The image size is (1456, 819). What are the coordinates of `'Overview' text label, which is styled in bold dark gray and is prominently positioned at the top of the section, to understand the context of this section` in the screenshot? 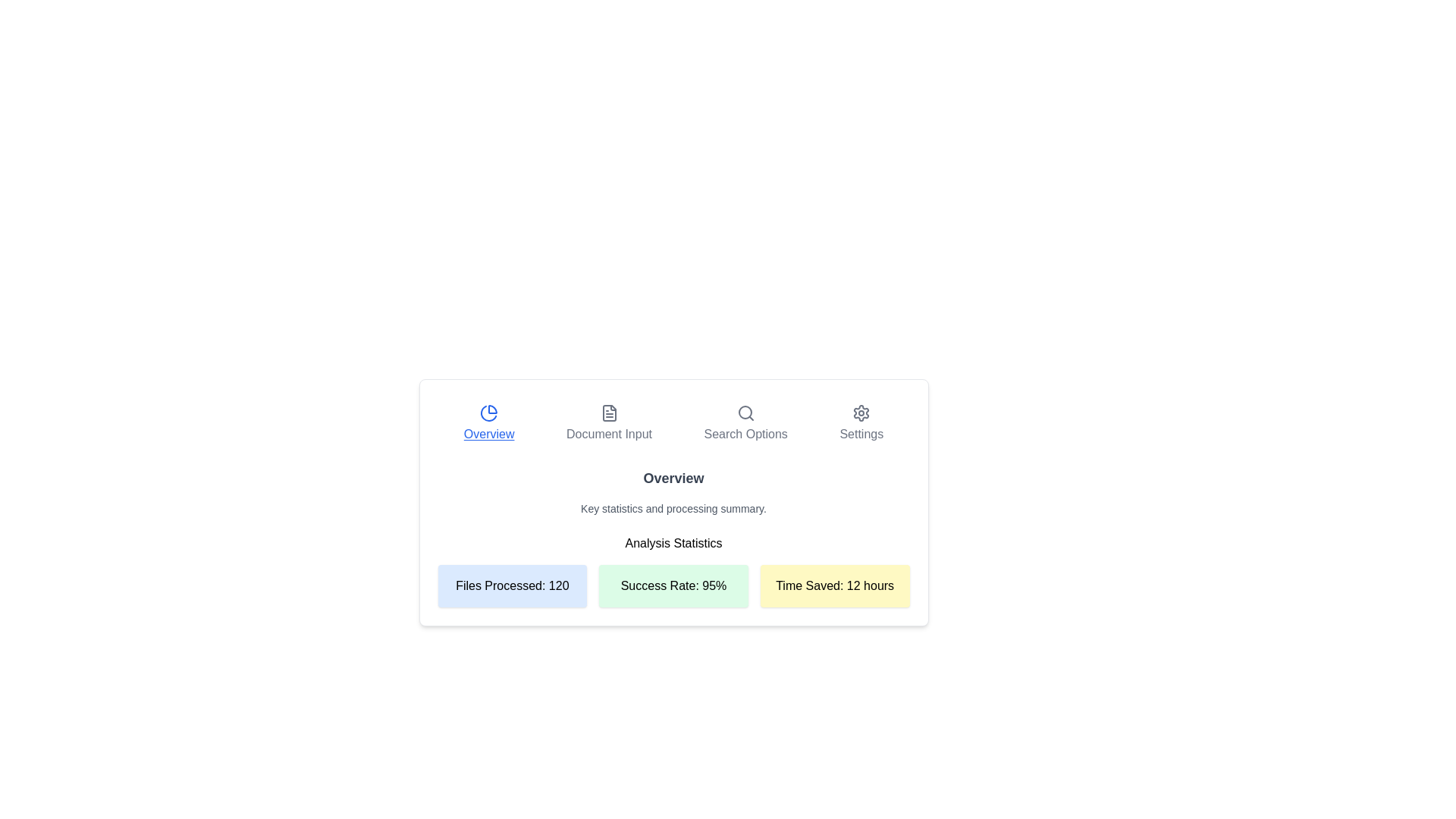 It's located at (673, 479).